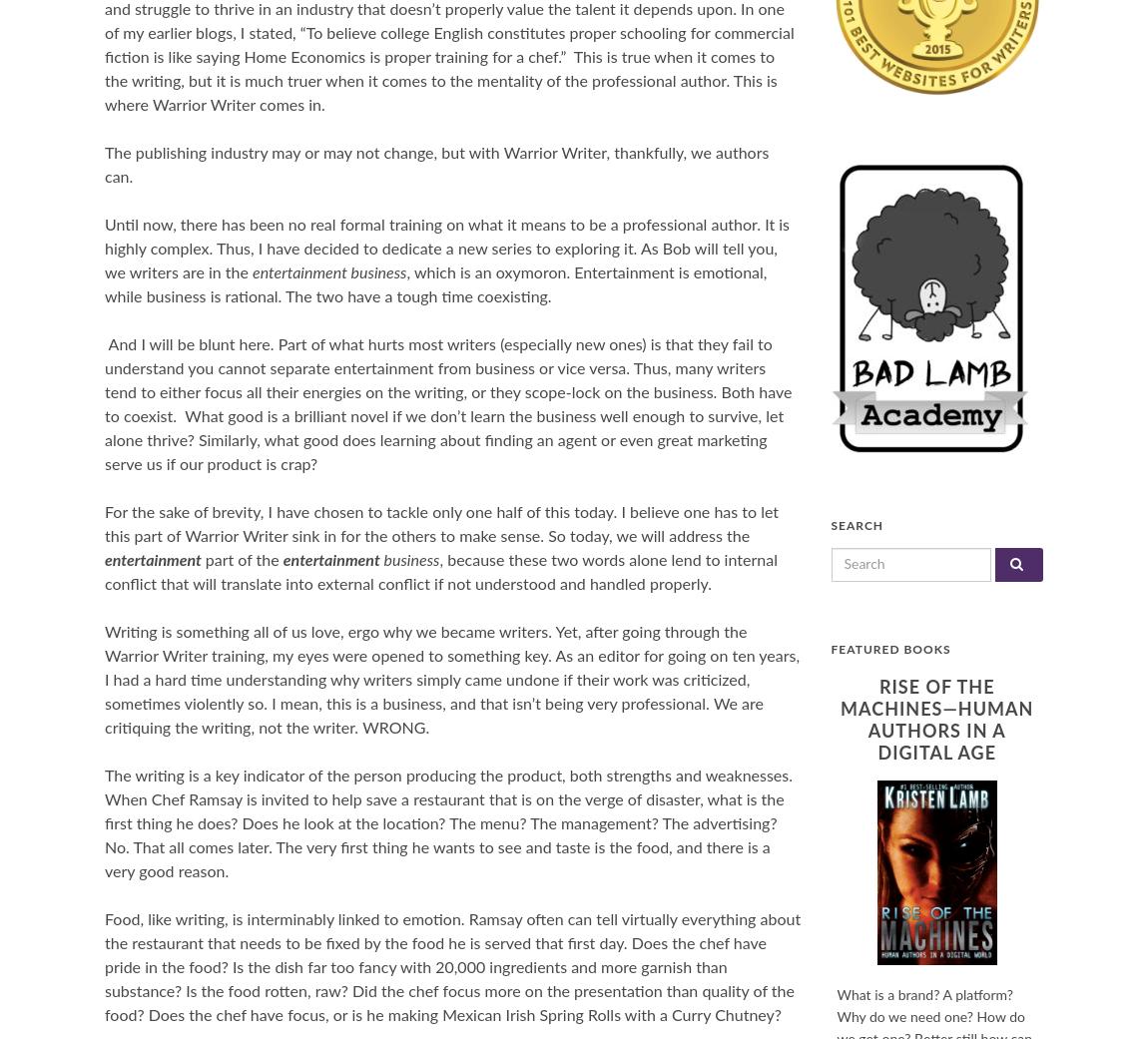  I want to click on 'The publishing industry may or may not change, but with Warrior Writer, thankfully, we authors can.', so click(436, 166).